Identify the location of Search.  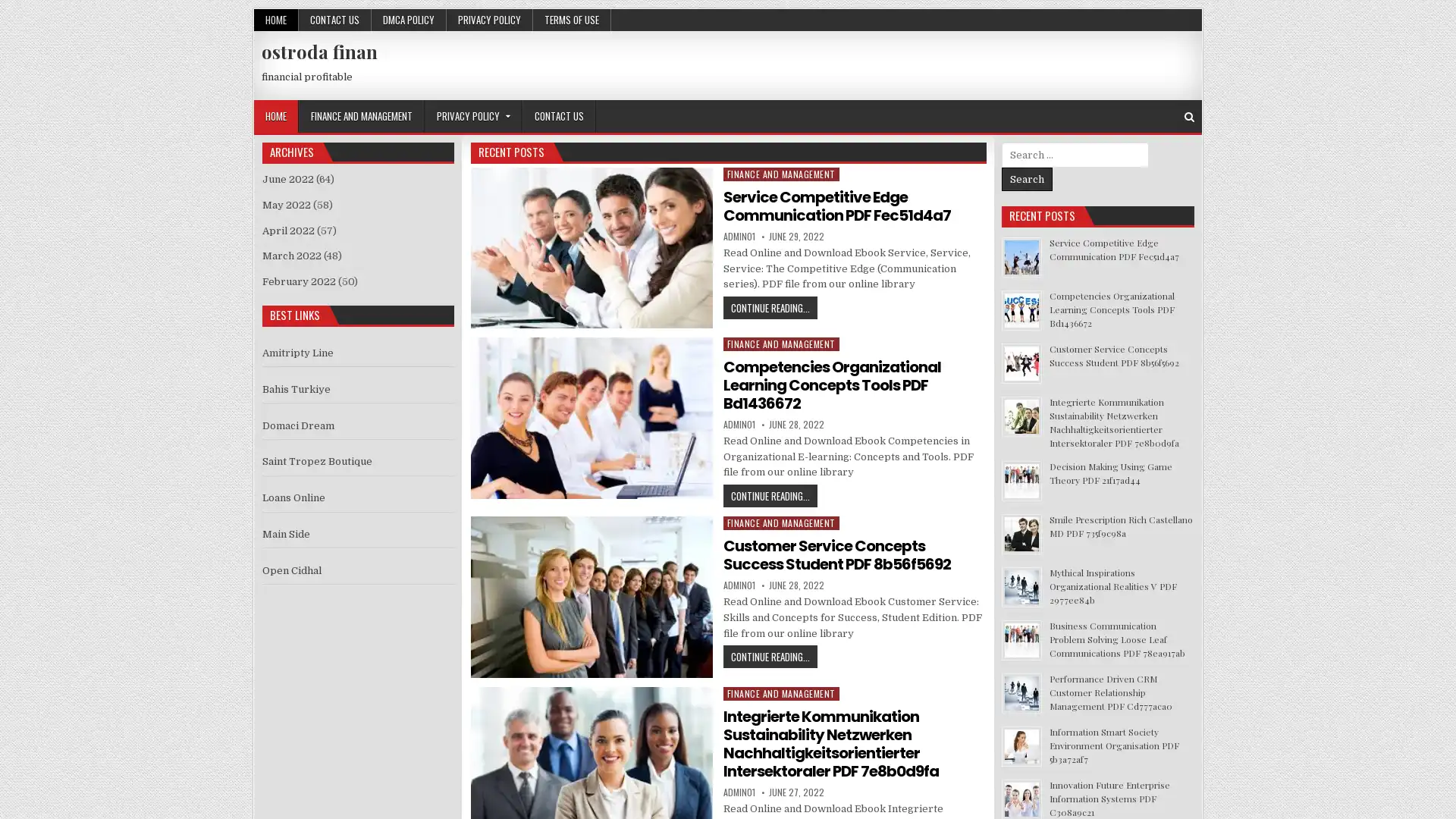
(1027, 178).